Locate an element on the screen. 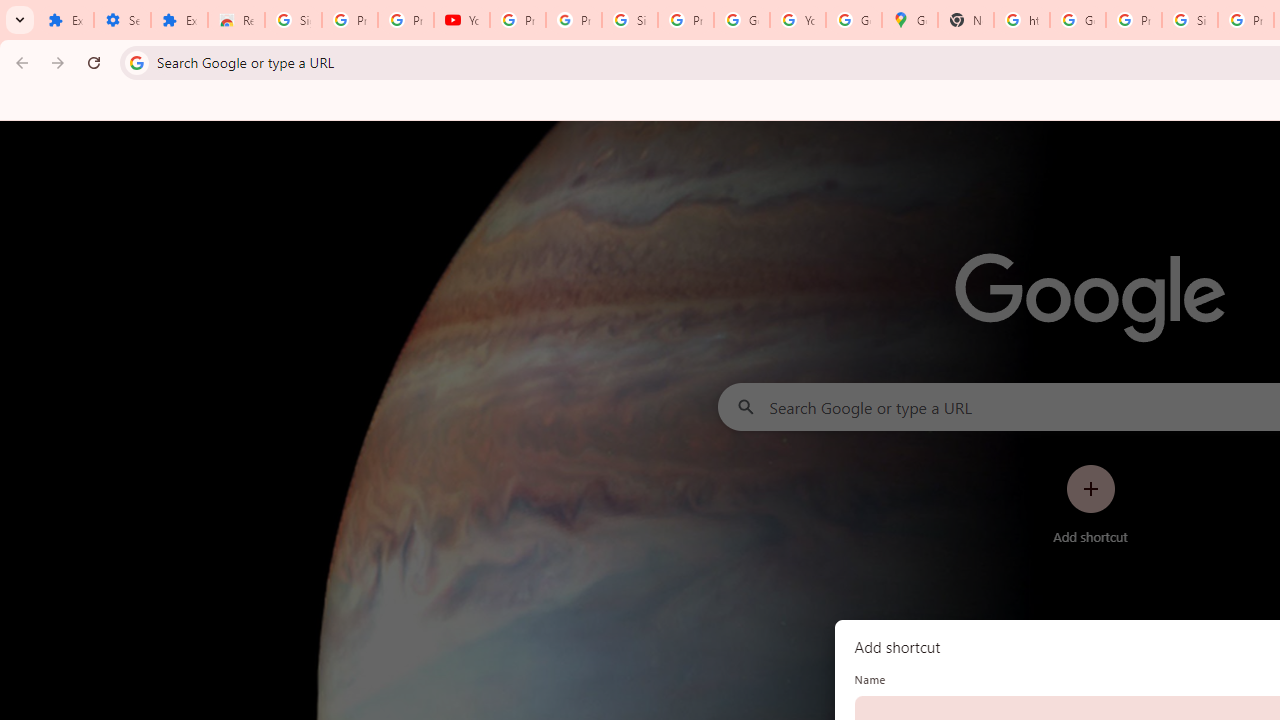 The width and height of the screenshot is (1280, 720). 'YouTube' is located at coordinates (461, 20).